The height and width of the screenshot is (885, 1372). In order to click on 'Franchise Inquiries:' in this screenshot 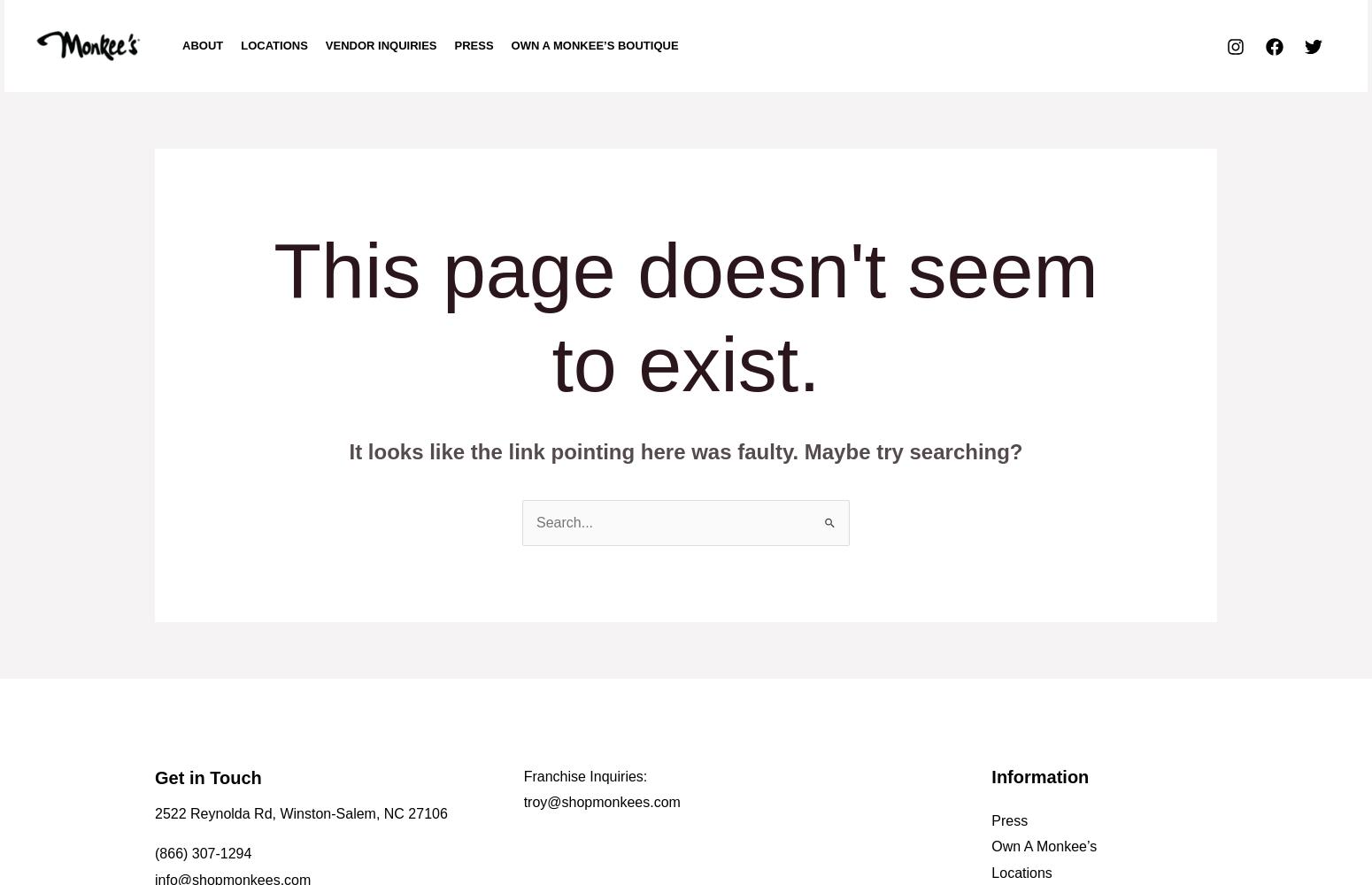, I will do `click(584, 775)`.